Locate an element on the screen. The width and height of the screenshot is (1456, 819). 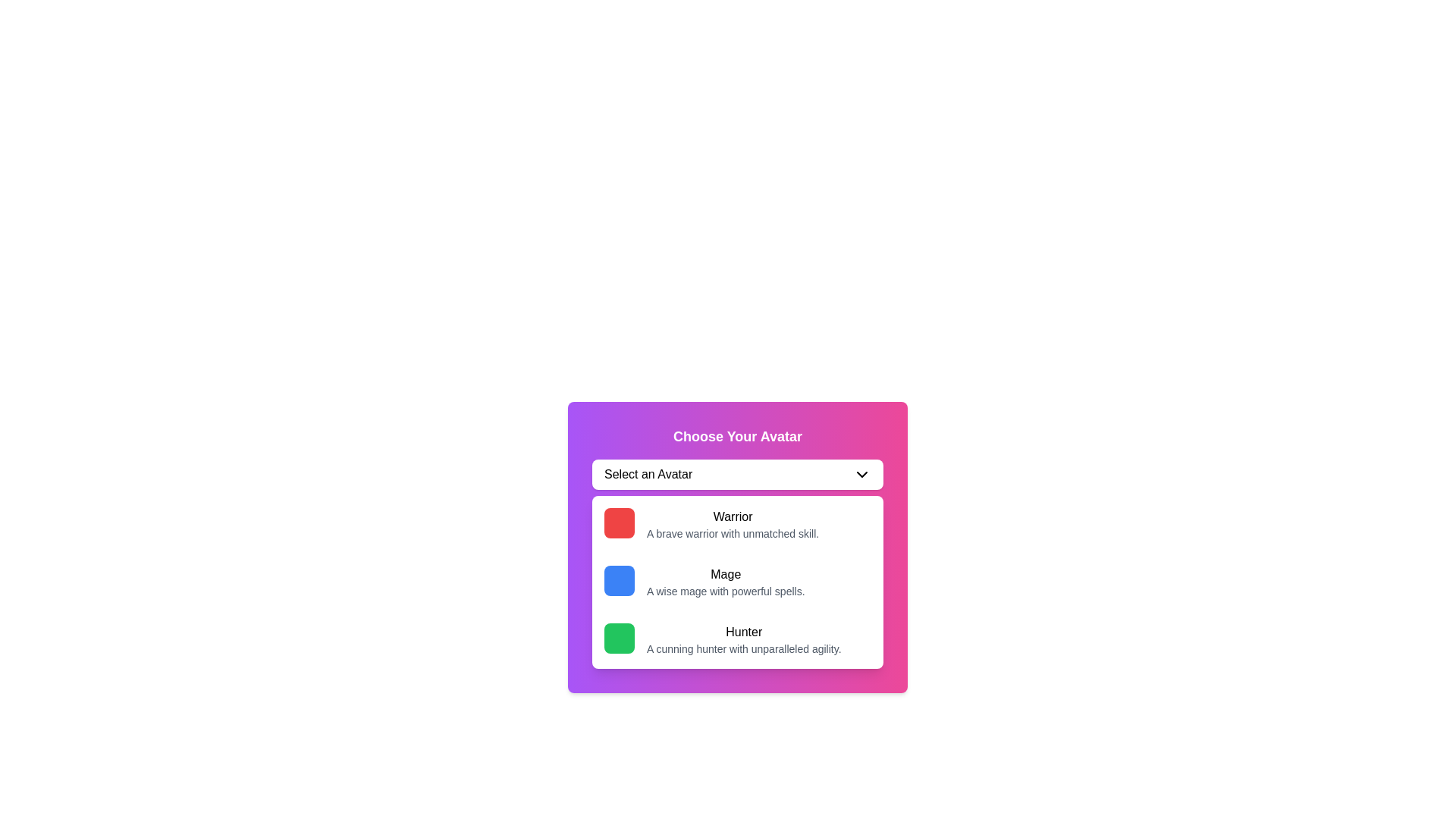
the 'Select an Avatar' dropdown menu toggle button is located at coordinates (738, 473).